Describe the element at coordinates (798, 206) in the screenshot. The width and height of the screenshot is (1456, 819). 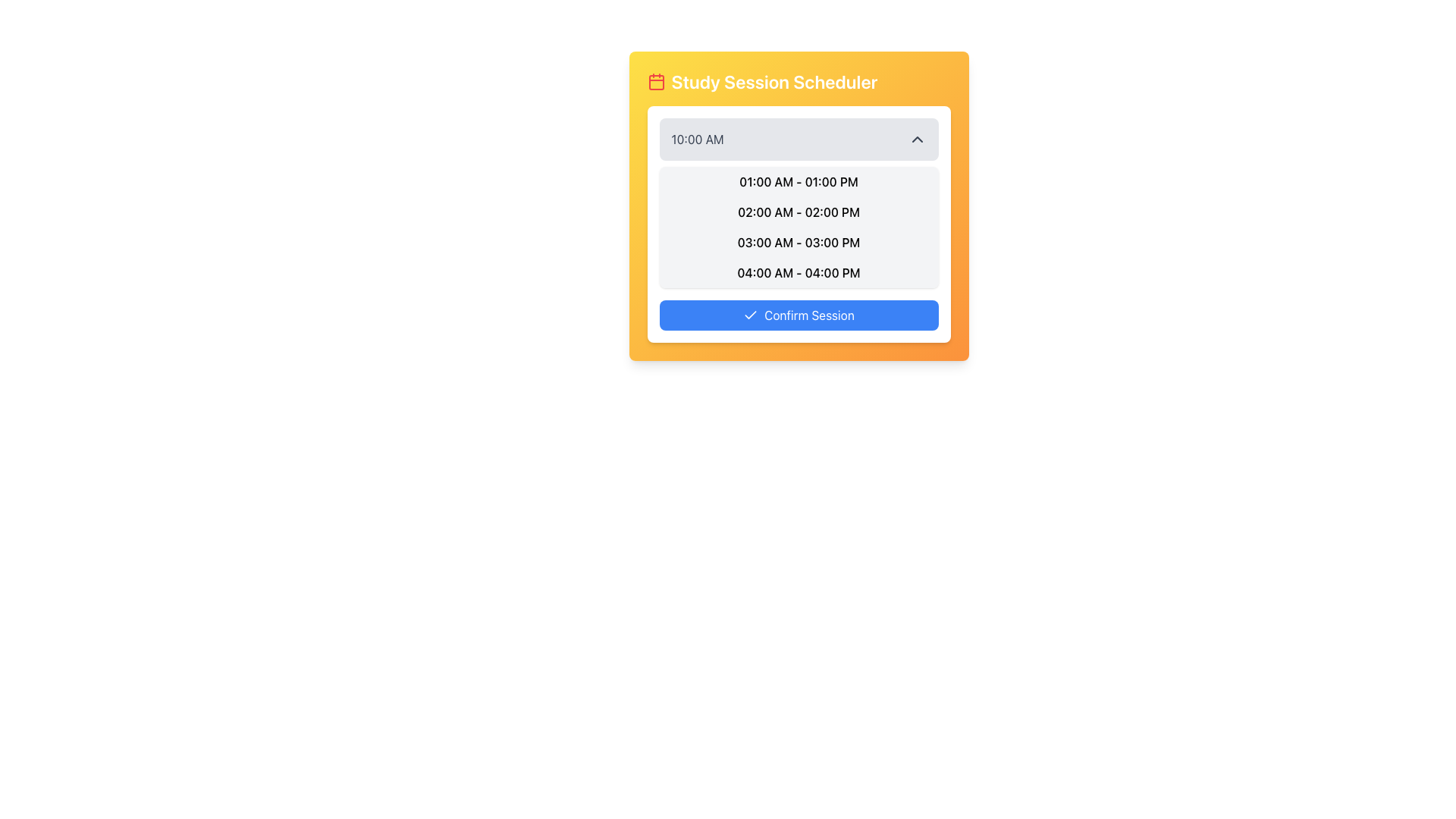
I see `the dropdown menu in the 'Study Session Scheduler' interactive module` at that location.